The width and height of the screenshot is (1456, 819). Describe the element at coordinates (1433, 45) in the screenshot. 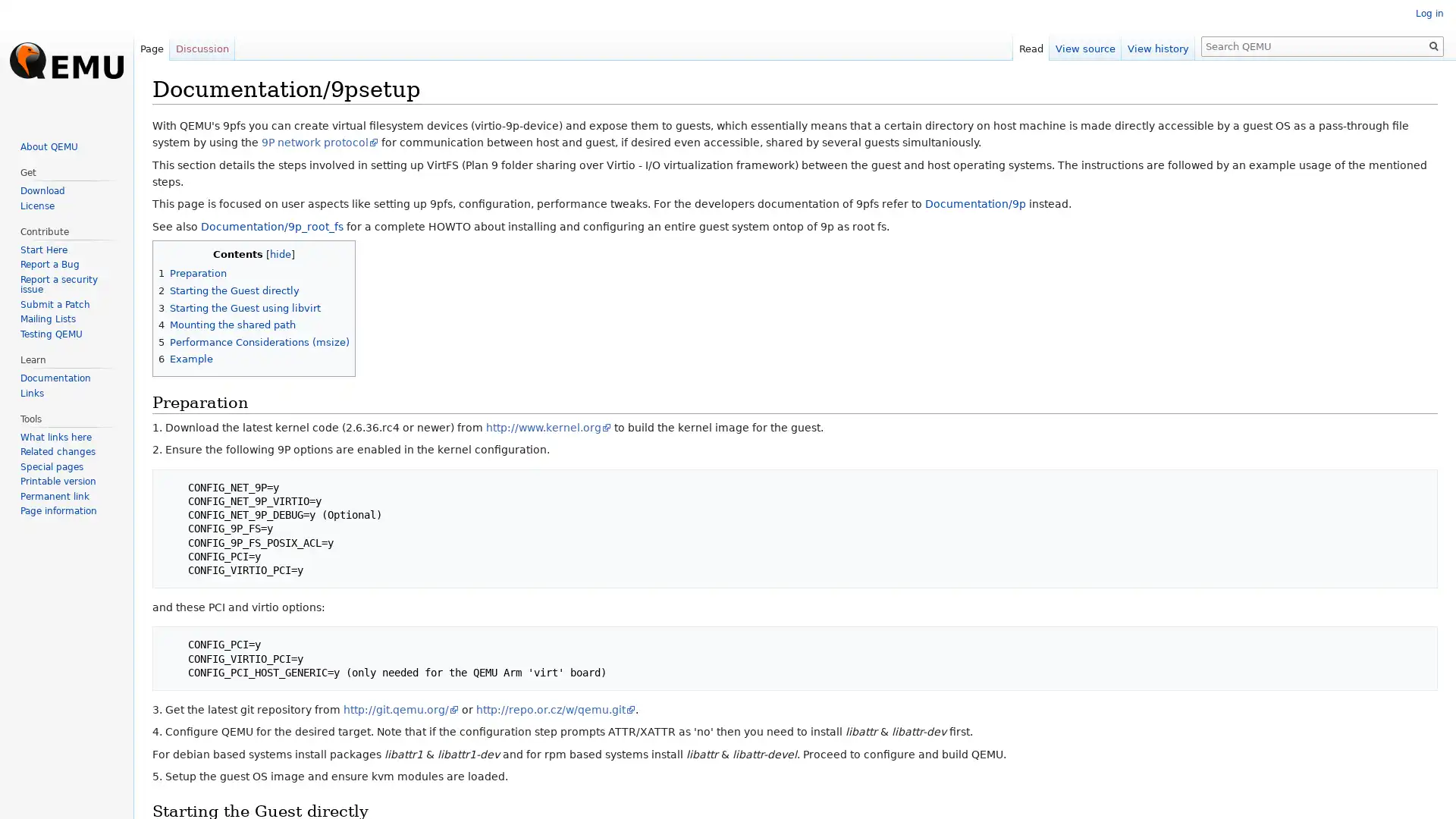

I see `Go` at that location.